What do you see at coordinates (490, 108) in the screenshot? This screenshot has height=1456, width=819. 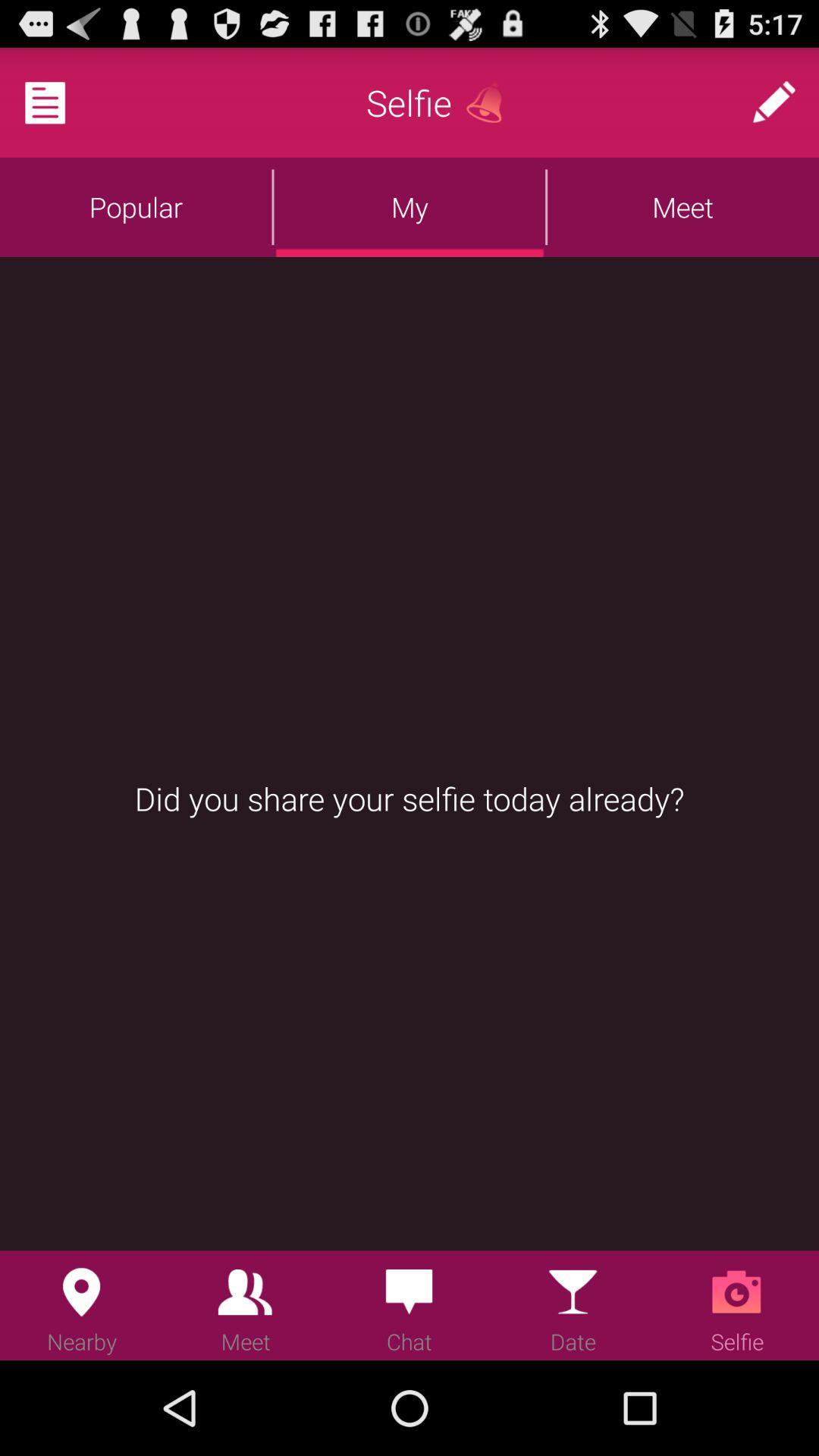 I see `the notifications icon` at bounding box center [490, 108].